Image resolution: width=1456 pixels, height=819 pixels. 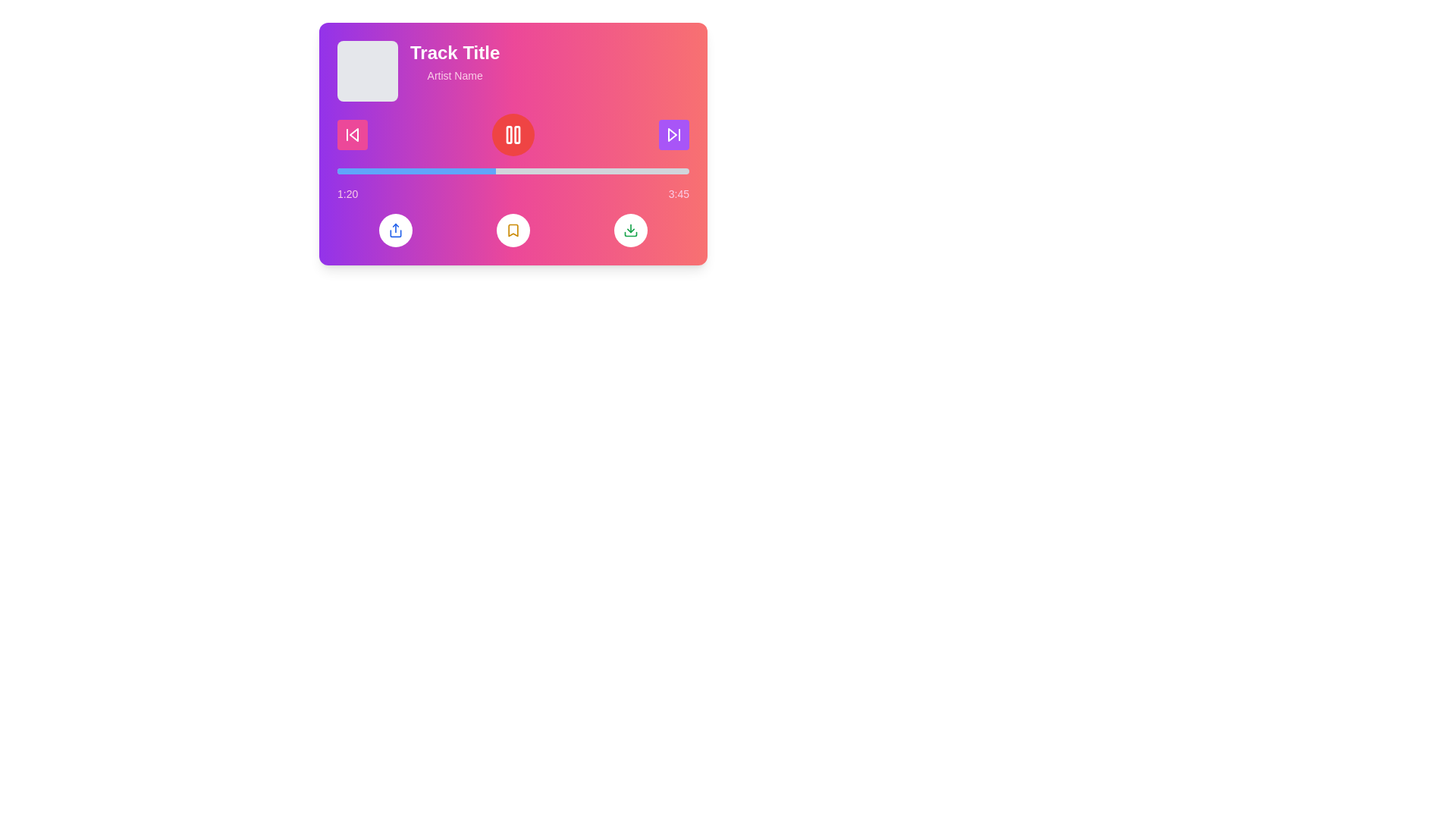 I want to click on the skip-back button, which is an icon with a triangle pointing left and a vertical line, outlined in white on a vibrant pink background, positioned to the left of the circular pause button, so click(x=352, y=133).